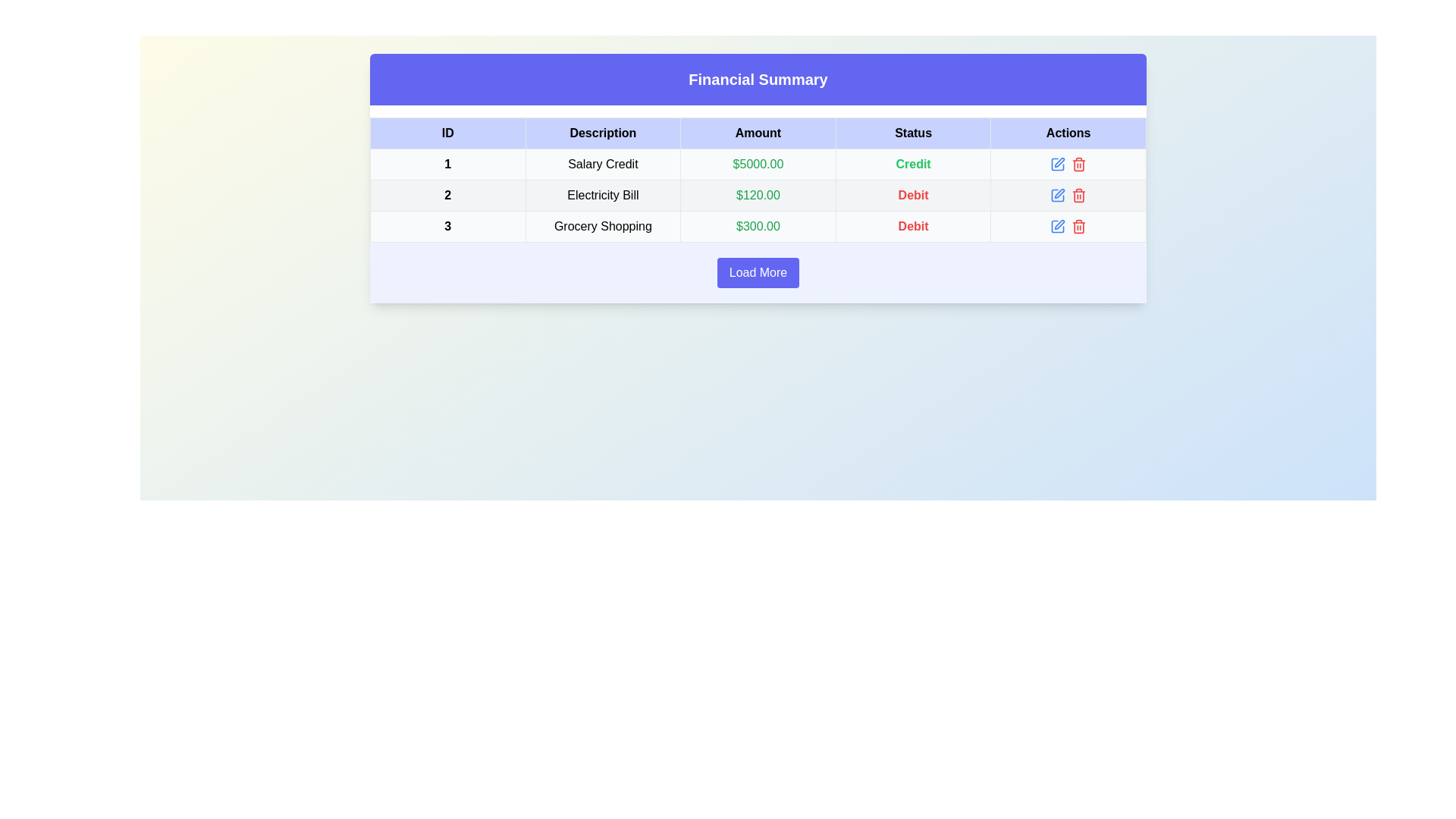 Image resolution: width=1456 pixels, height=819 pixels. Describe the element at coordinates (758, 227) in the screenshot. I see `the third row of the table that displays financial transaction details including ID, description, amount, and status` at that location.